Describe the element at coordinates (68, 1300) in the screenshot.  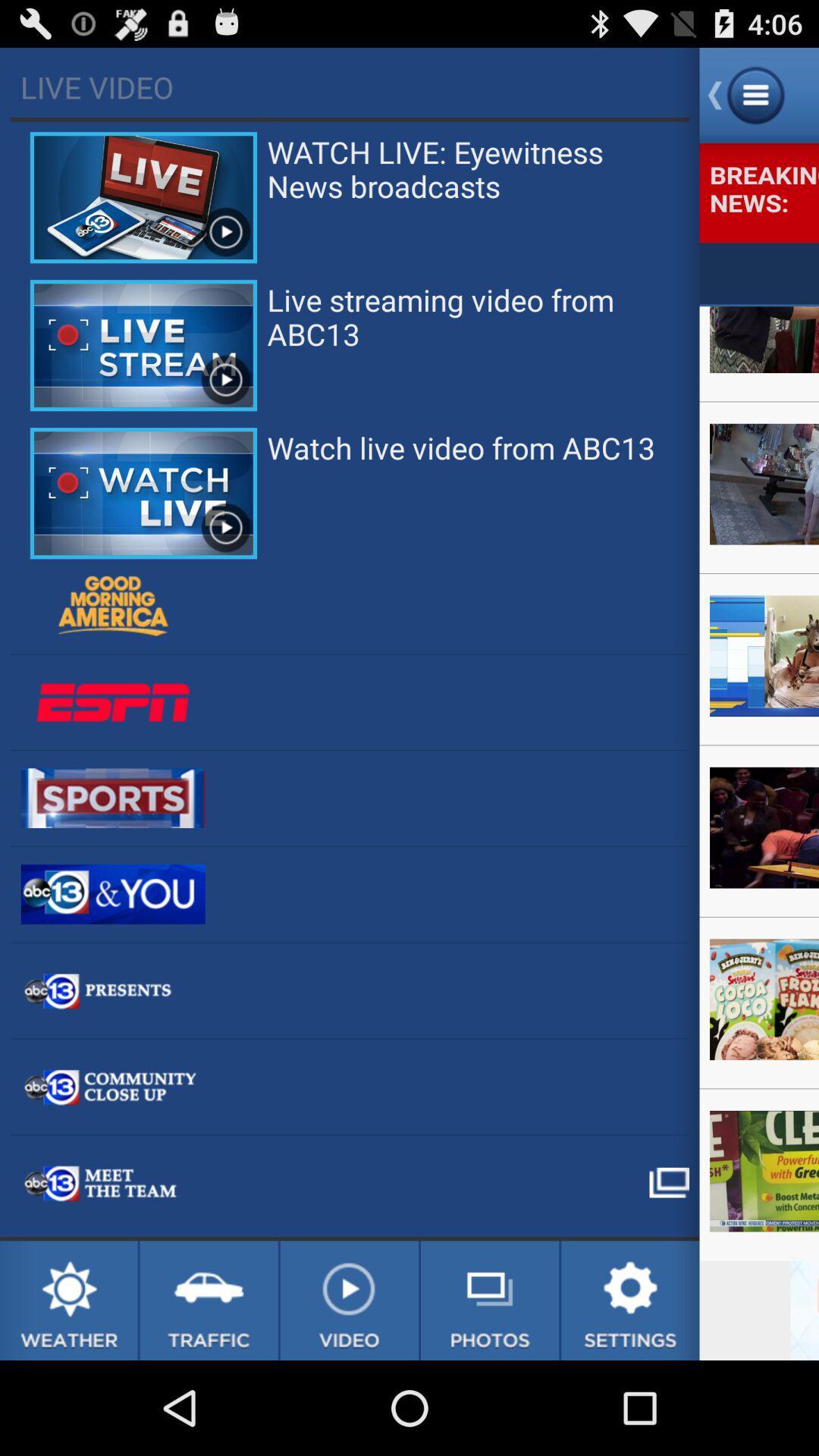
I see `switch to weather tab` at that location.